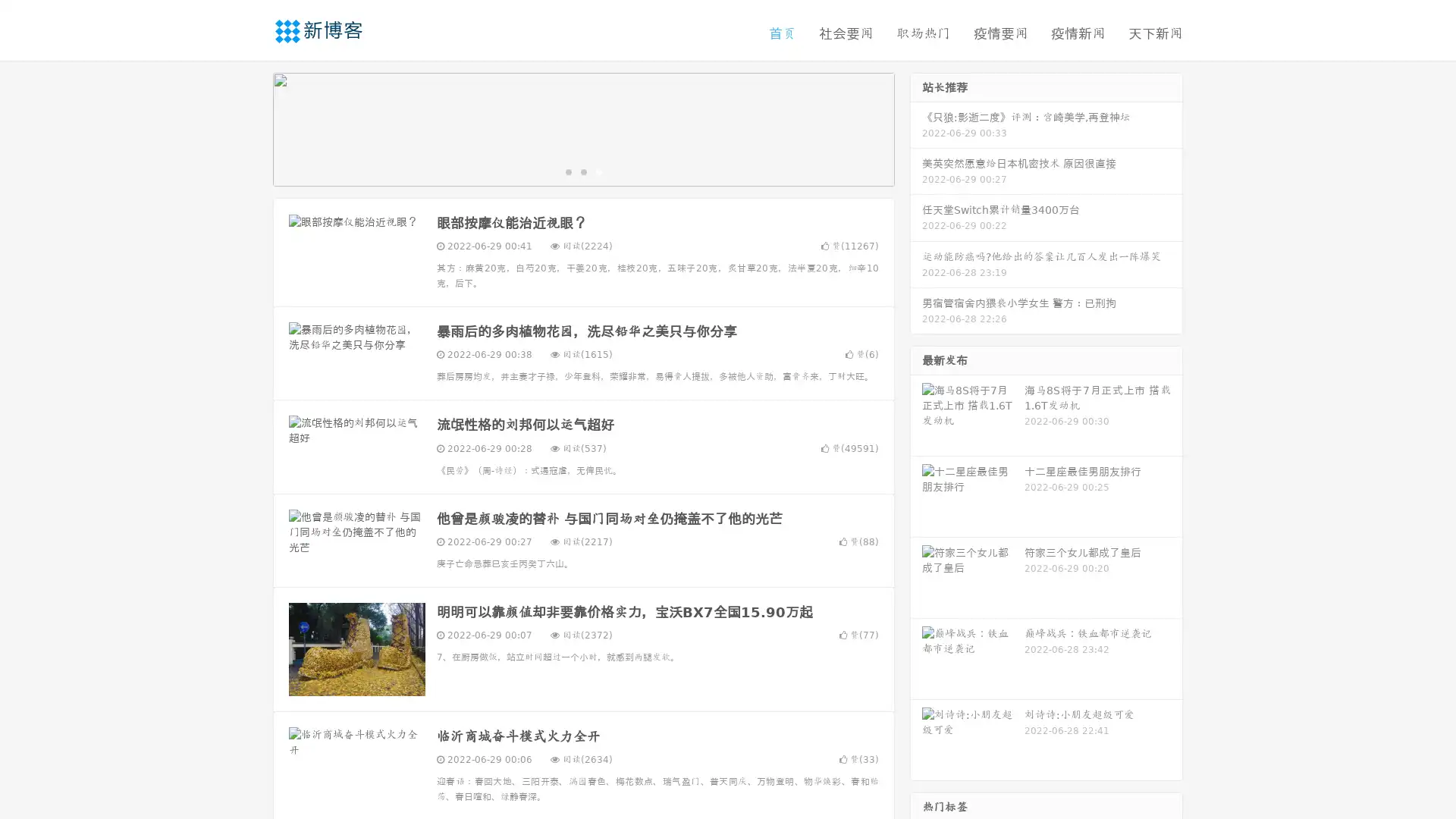 Image resolution: width=1456 pixels, height=819 pixels. What do you see at coordinates (567, 171) in the screenshot?
I see `Go to slide 1` at bounding box center [567, 171].